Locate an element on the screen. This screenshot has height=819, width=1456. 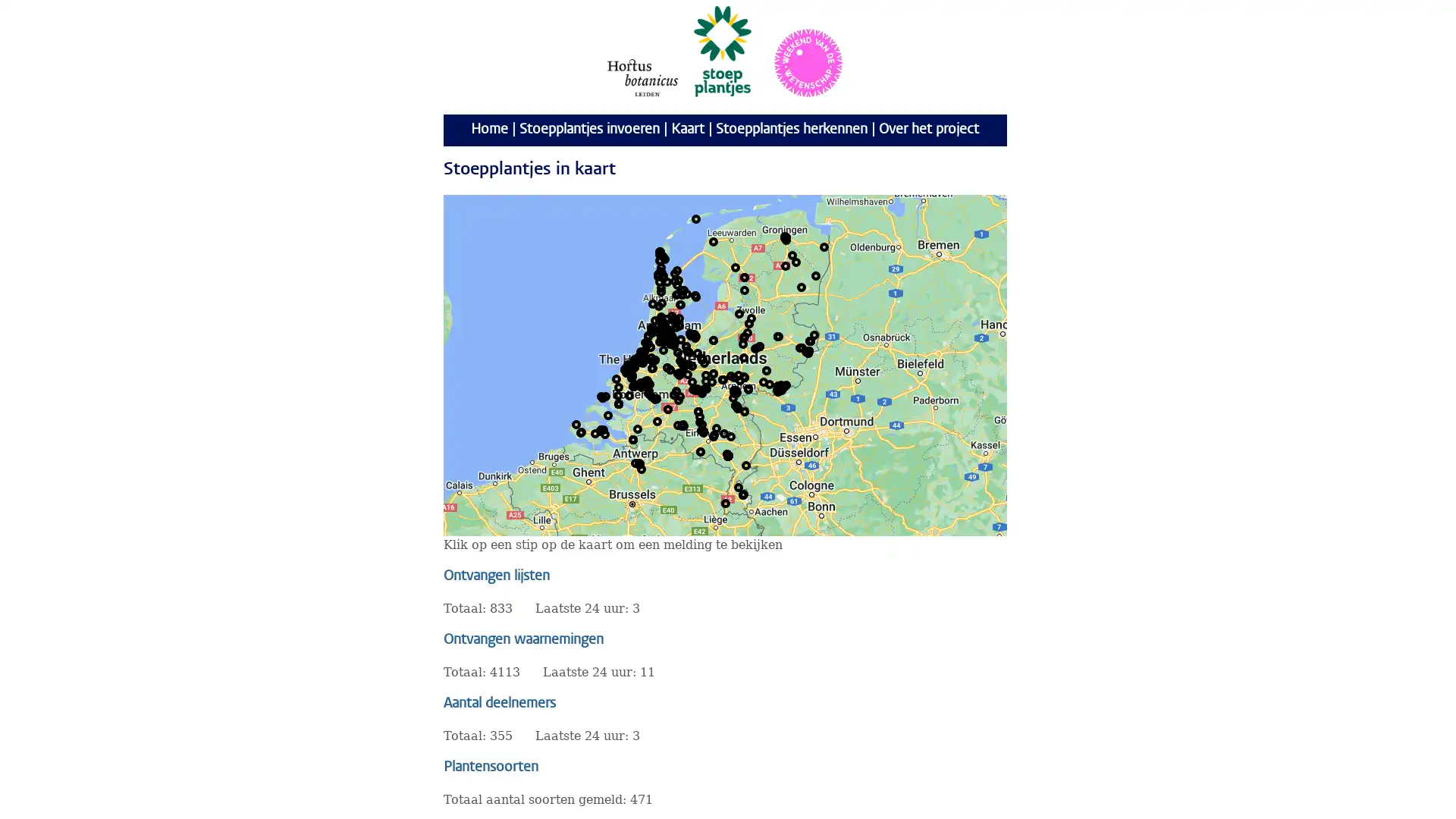
Telling van Jeske op 11 maart 2022 is located at coordinates (640, 359).